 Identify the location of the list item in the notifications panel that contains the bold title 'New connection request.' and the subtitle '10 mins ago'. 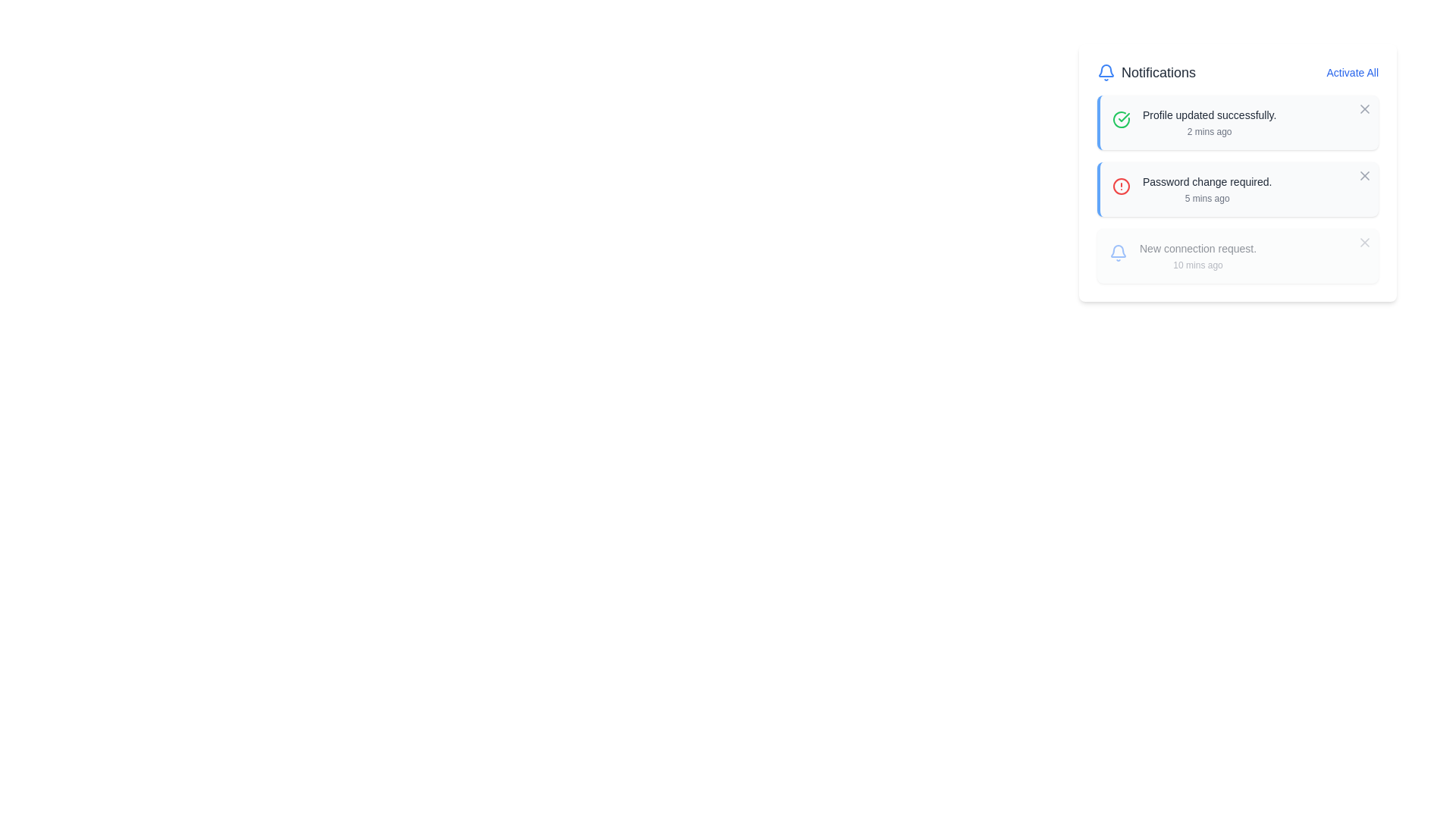
(1197, 256).